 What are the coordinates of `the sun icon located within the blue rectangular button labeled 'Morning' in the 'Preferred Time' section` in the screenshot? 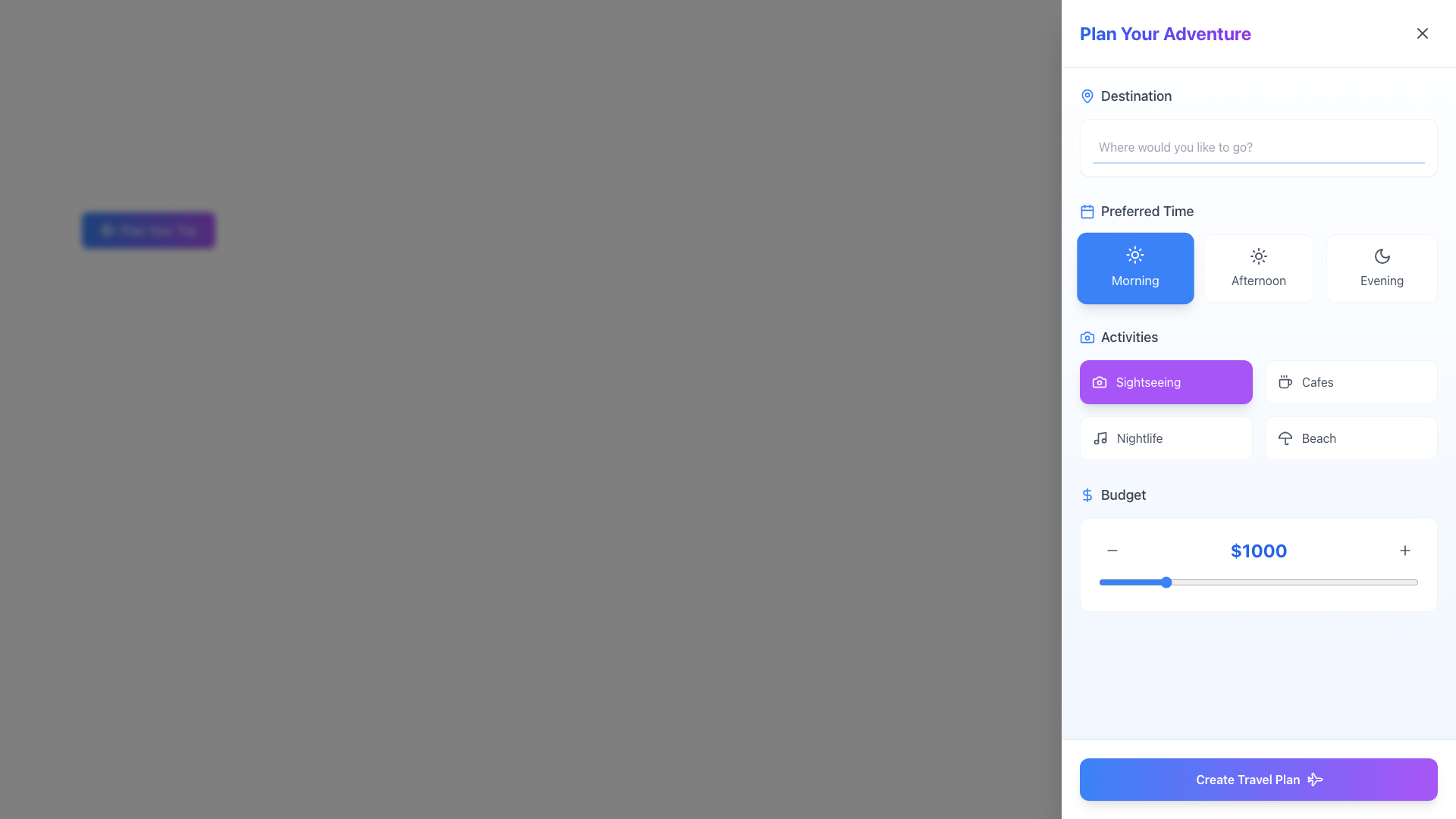 It's located at (1135, 254).